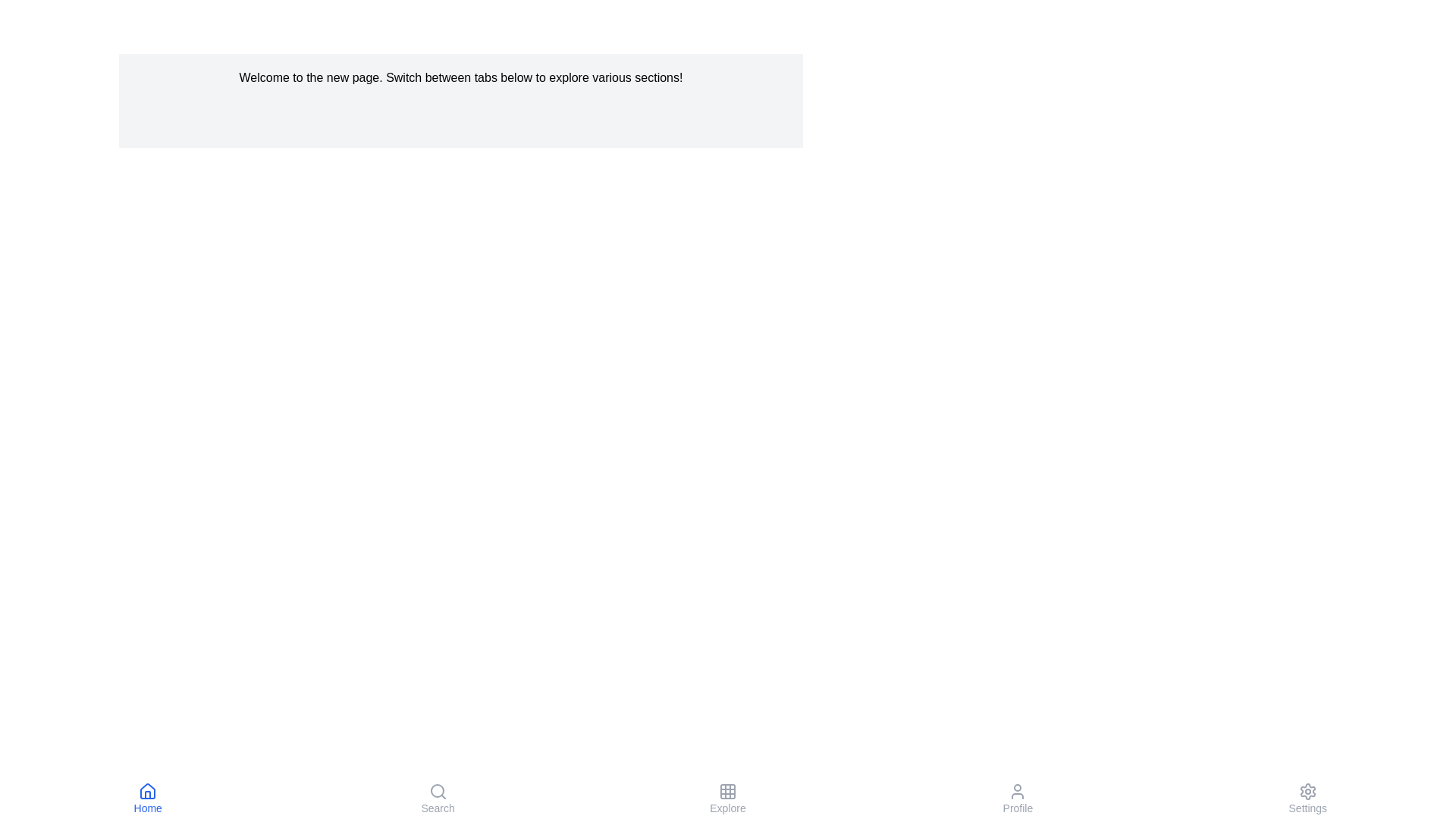 This screenshot has height=819, width=1456. I want to click on the 'Home' icon in the bottom navigation bar, so click(148, 791).